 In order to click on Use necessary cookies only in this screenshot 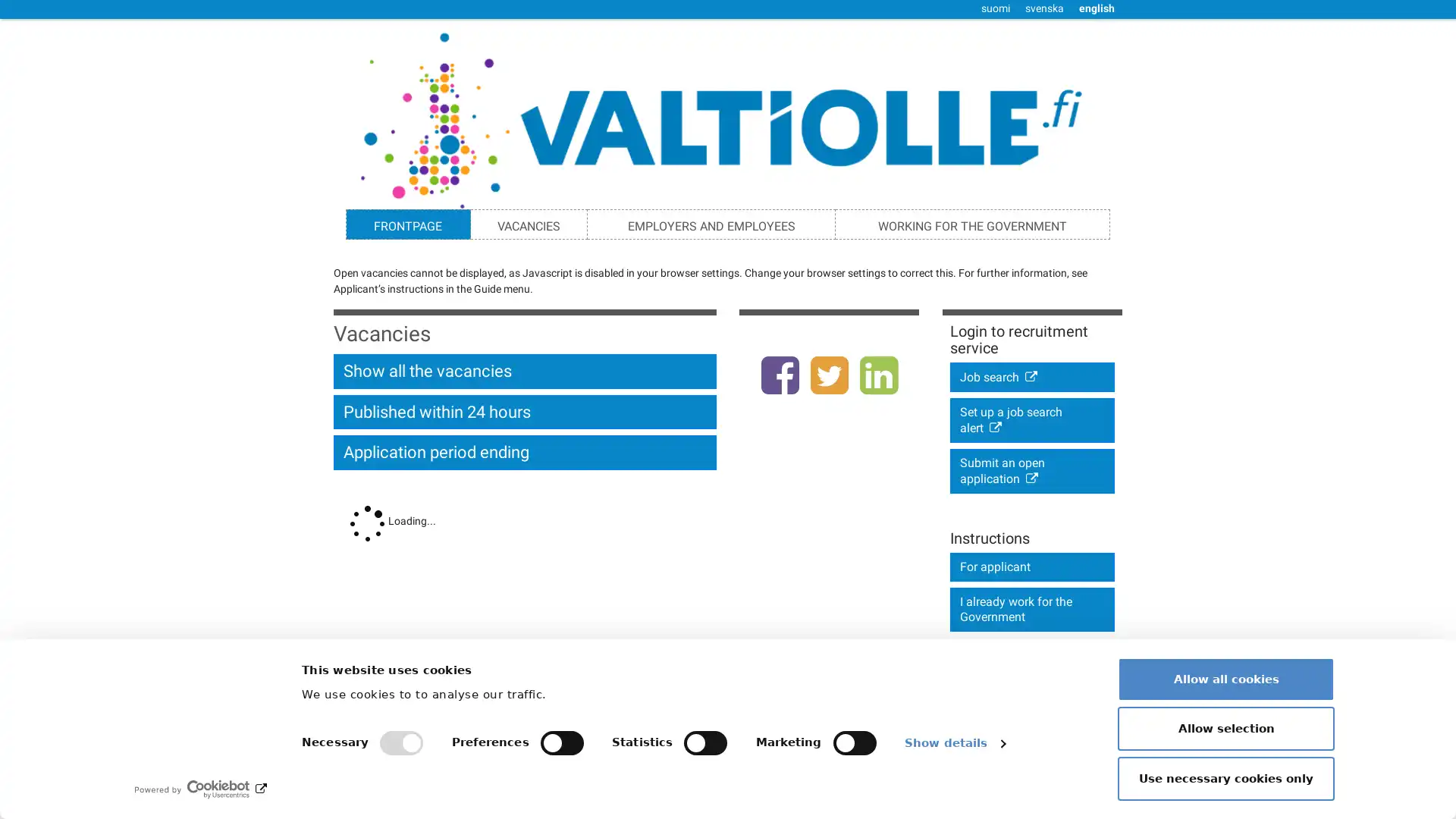, I will do `click(1226, 778)`.